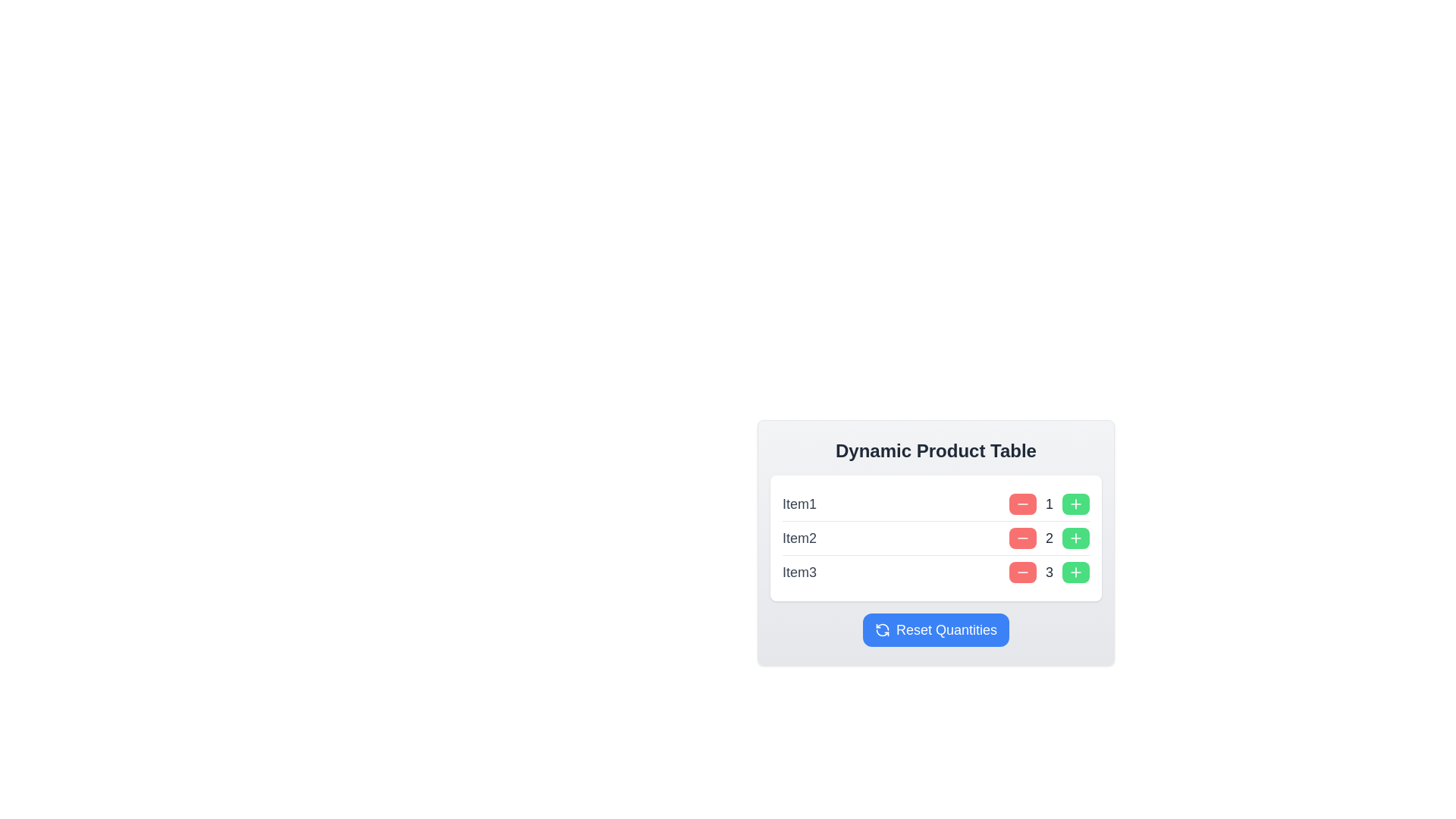 The image size is (1456, 819). What do you see at coordinates (799, 573) in the screenshot?
I see `the text label displaying 'Item3' in the third row of the 'Dynamic Product Table'` at bounding box center [799, 573].